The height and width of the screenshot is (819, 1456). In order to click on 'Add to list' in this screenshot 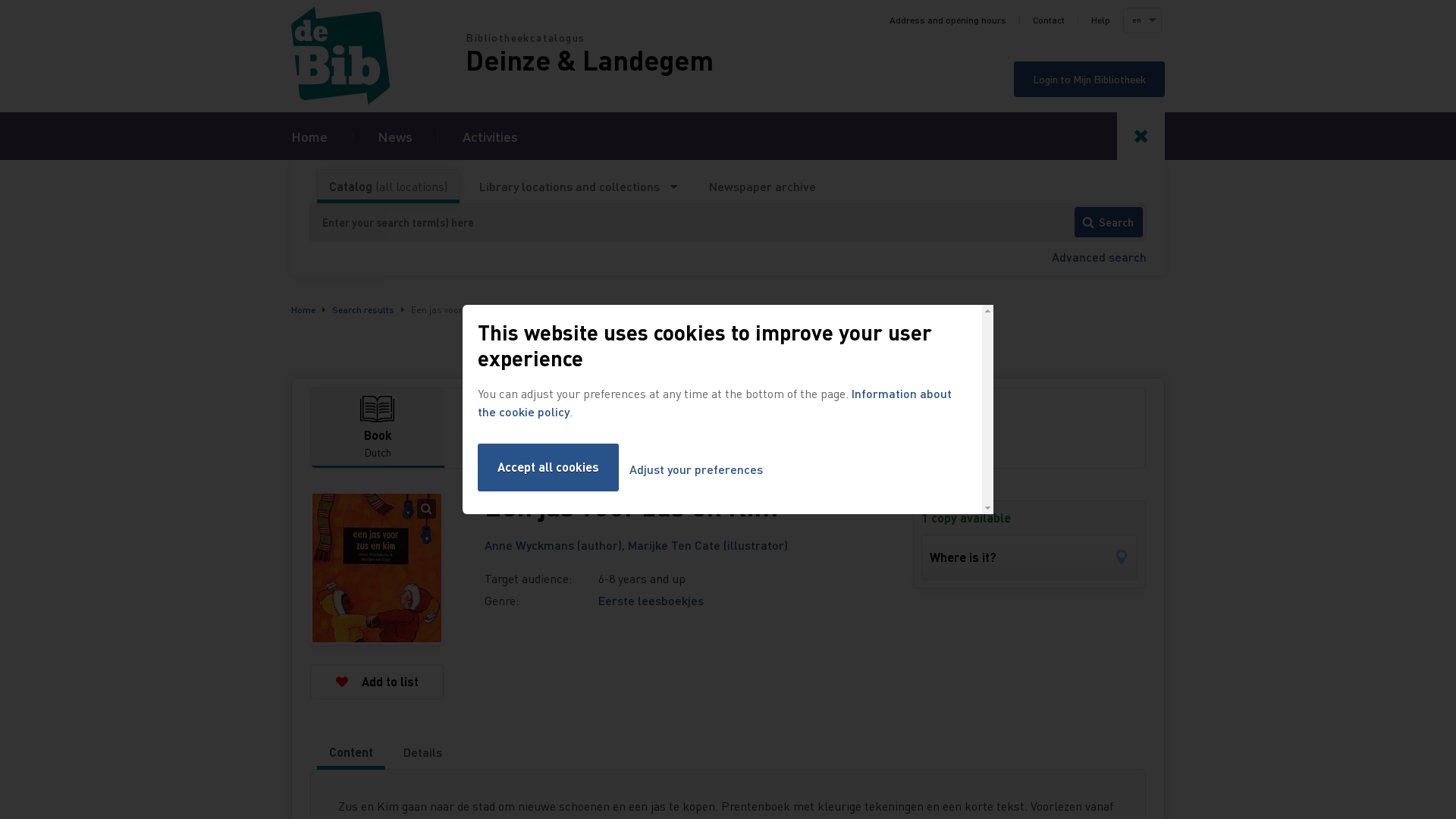, I will do `click(377, 680)`.